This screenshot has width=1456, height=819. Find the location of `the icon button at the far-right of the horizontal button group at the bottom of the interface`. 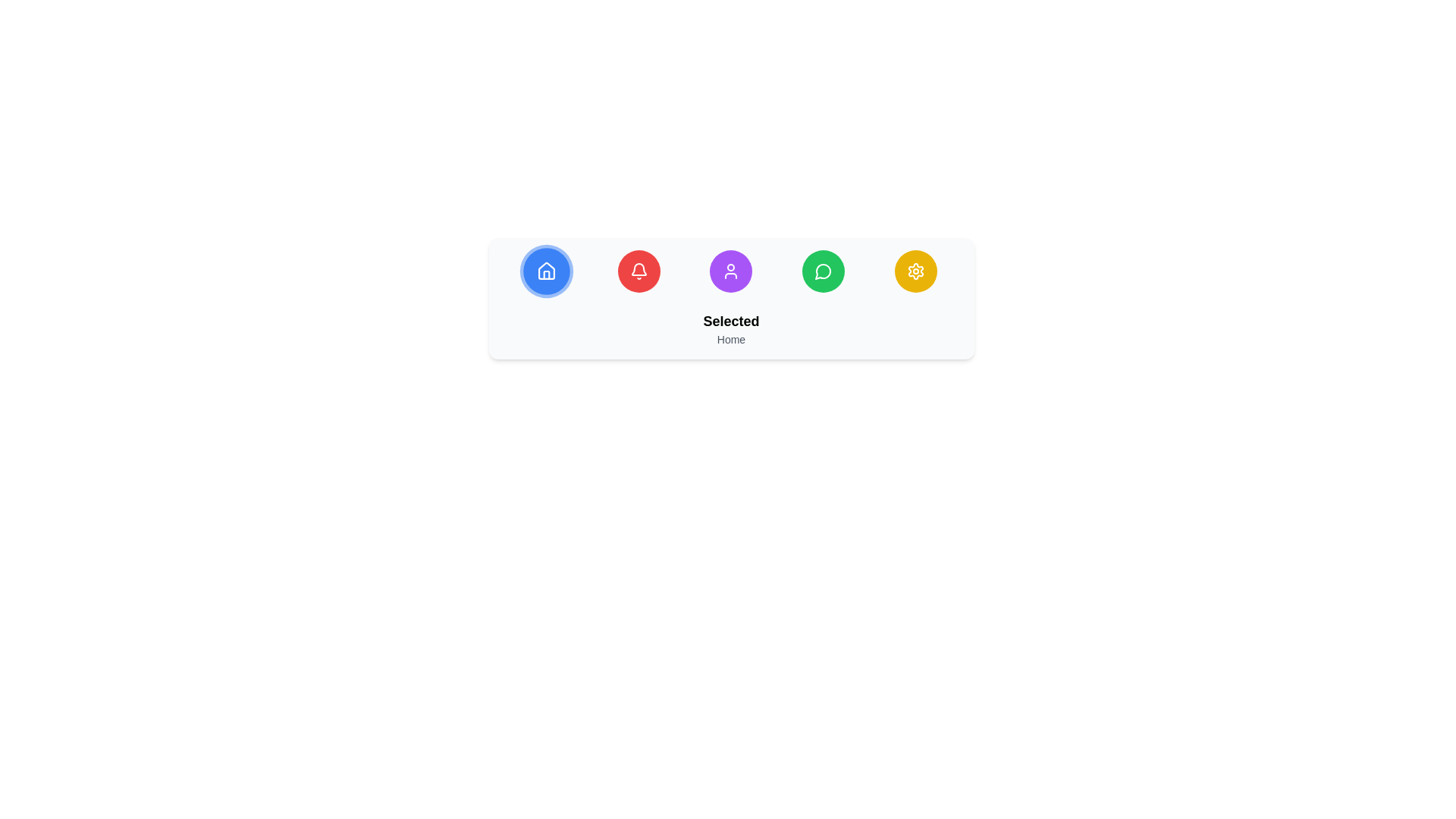

the icon button at the far-right of the horizontal button group at the bottom of the interface is located at coordinates (915, 271).